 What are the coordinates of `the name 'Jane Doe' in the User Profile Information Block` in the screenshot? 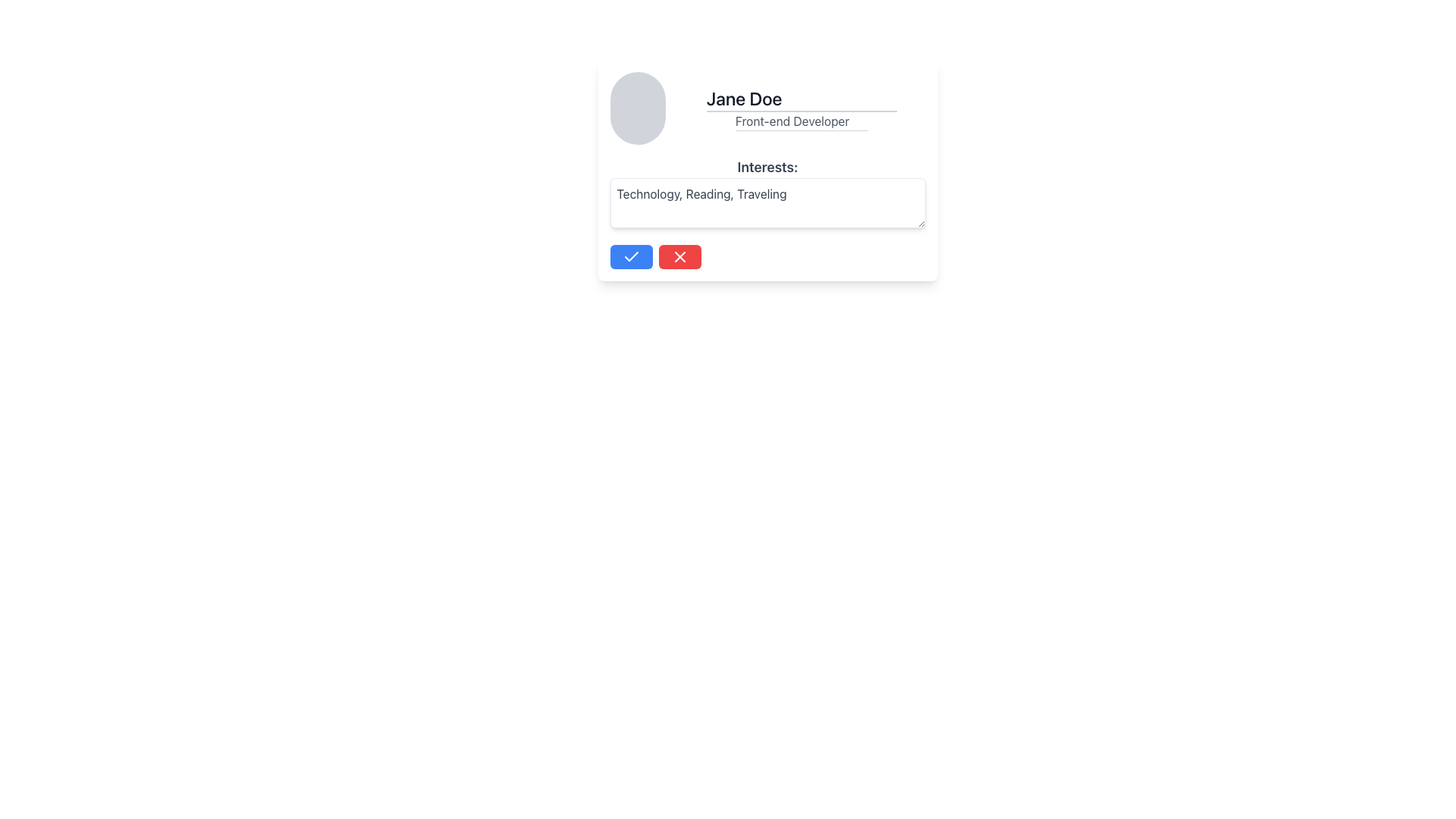 It's located at (767, 107).